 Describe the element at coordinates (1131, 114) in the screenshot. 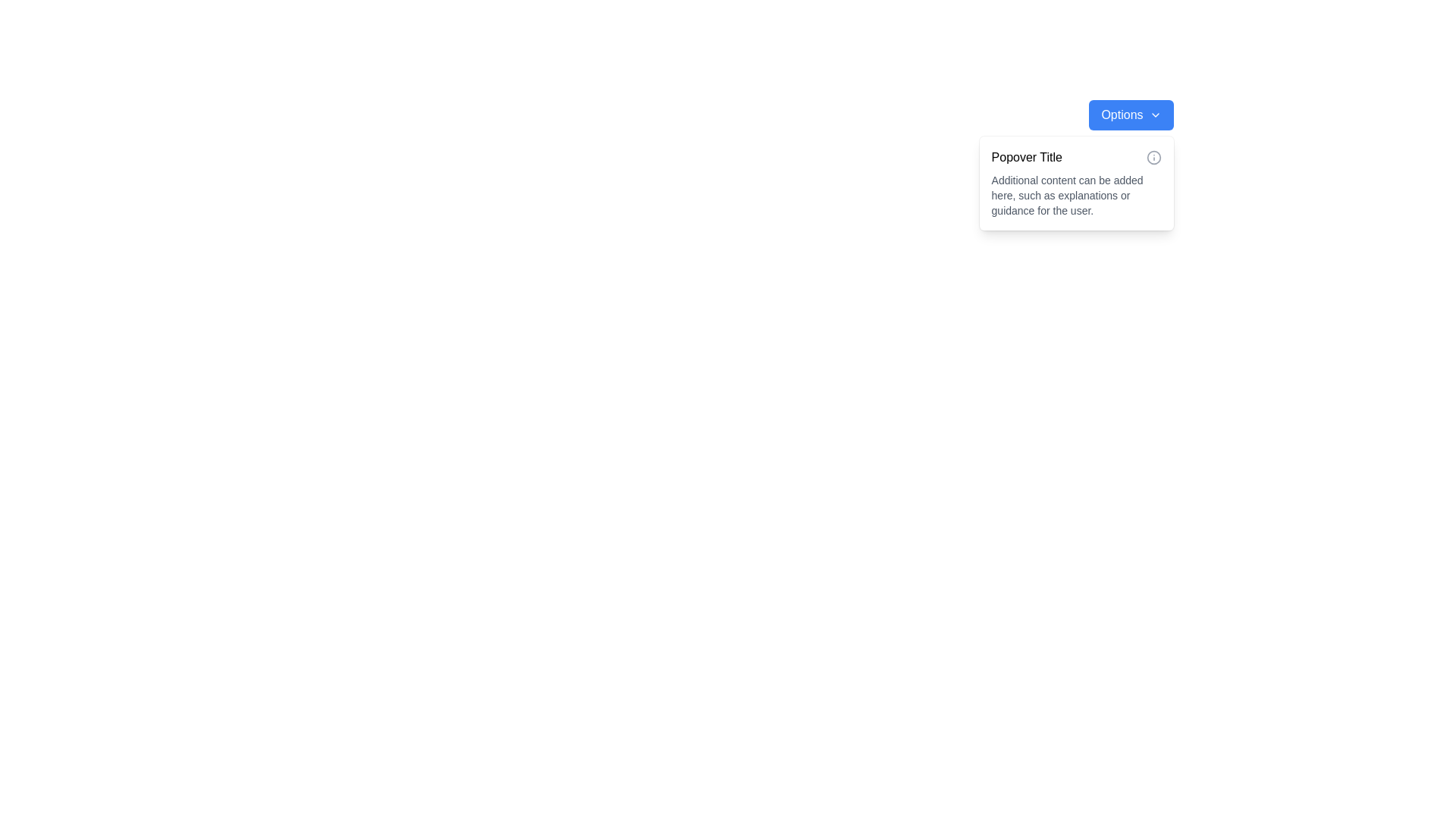

I see `the blue button labeled 'Options' with a downward-pointing chevron icon` at that location.